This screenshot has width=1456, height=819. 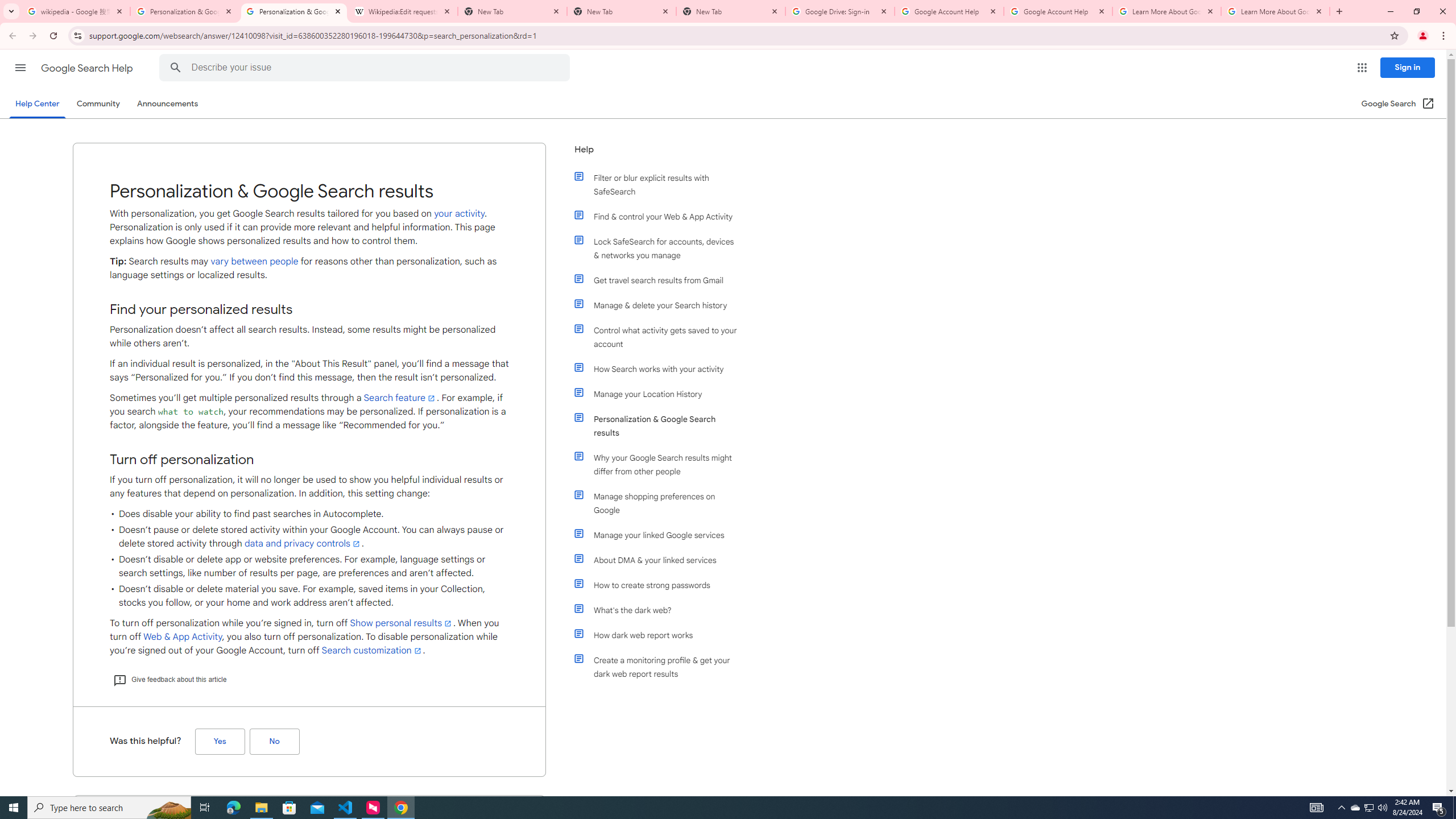 What do you see at coordinates (302, 543) in the screenshot?
I see `'data and privacy controls'` at bounding box center [302, 543].